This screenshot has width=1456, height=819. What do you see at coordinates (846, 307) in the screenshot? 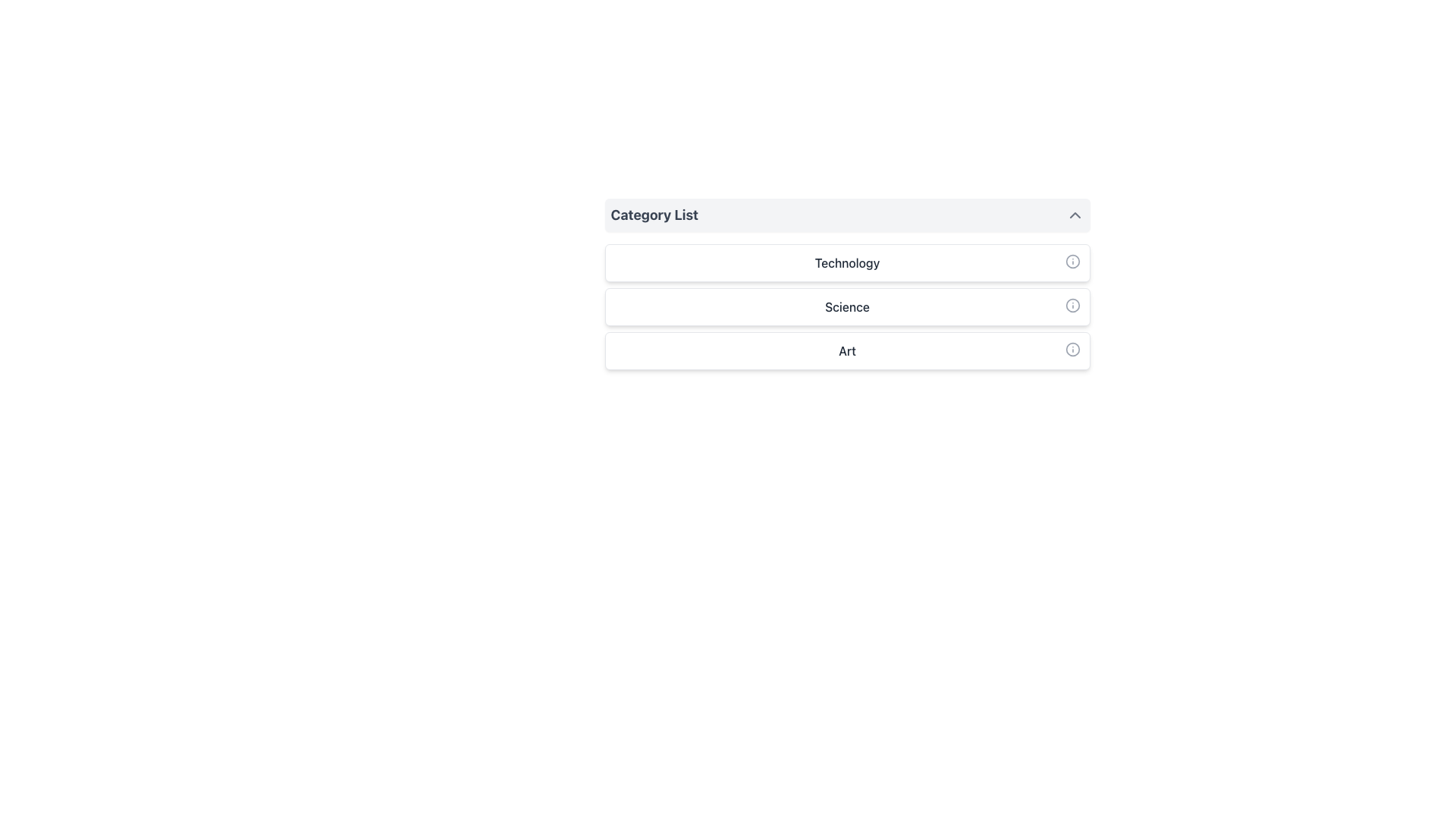
I see `the category labels within the List component located beneath the 'Category List' header` at bounding box center [846, 307].